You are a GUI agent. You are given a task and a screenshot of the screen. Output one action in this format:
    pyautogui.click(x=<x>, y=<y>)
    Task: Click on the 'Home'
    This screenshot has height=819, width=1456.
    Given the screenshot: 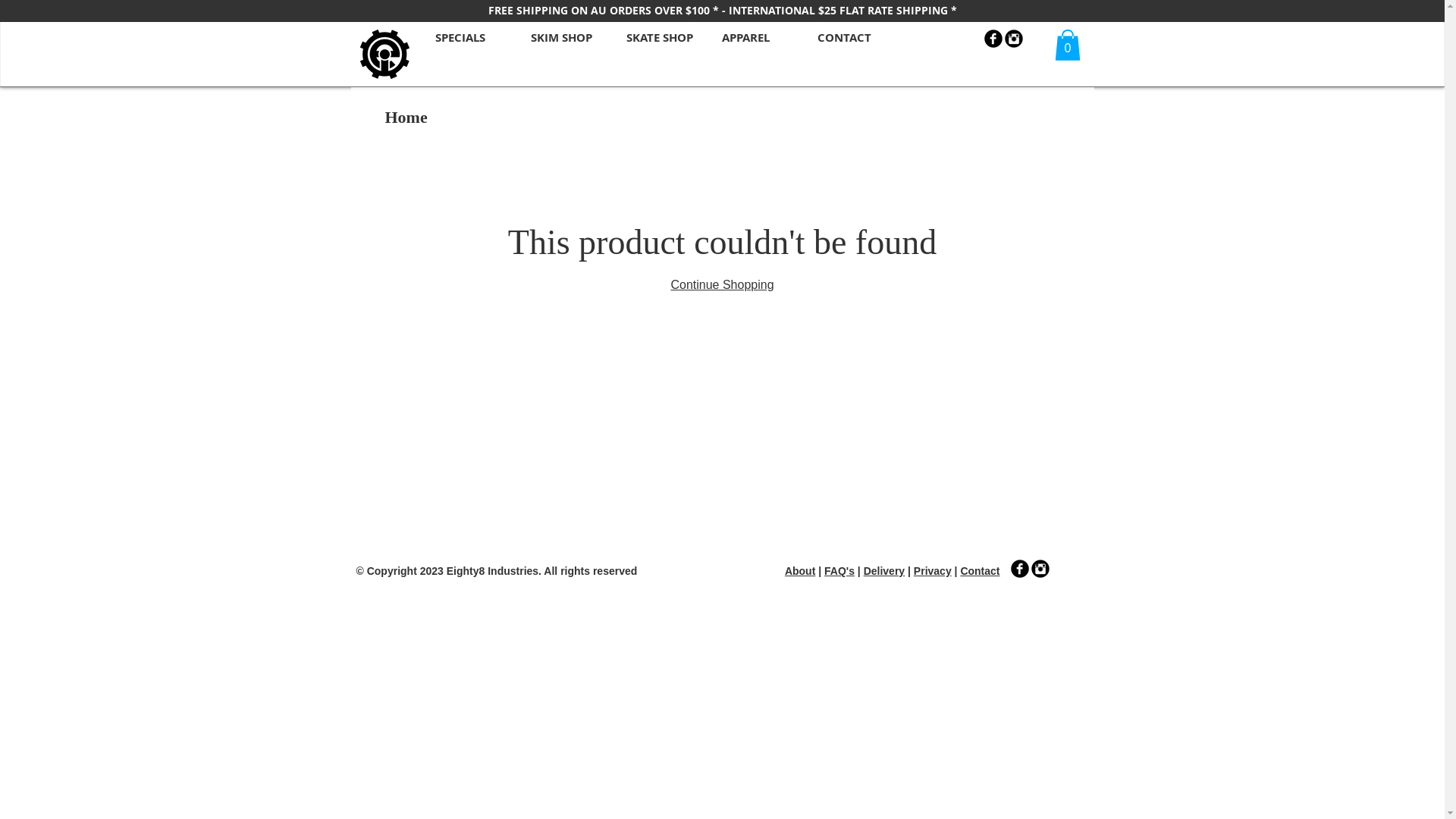 What is the action you would take?
    pyautogui.click(x=385, y=116)
    